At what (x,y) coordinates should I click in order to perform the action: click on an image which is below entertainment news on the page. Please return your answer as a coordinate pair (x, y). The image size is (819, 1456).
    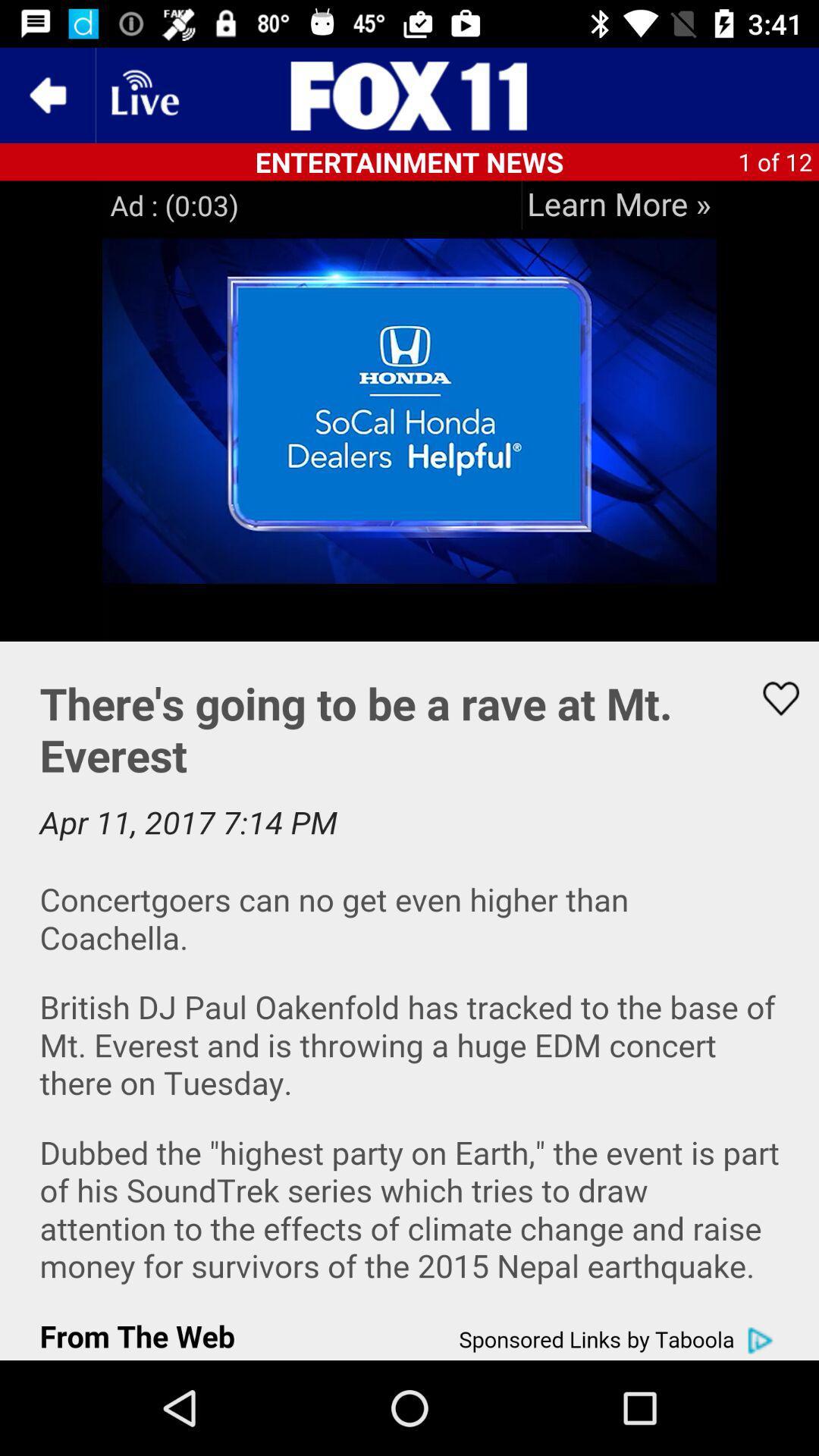
    Looking at the image, I should click on (409, 411).